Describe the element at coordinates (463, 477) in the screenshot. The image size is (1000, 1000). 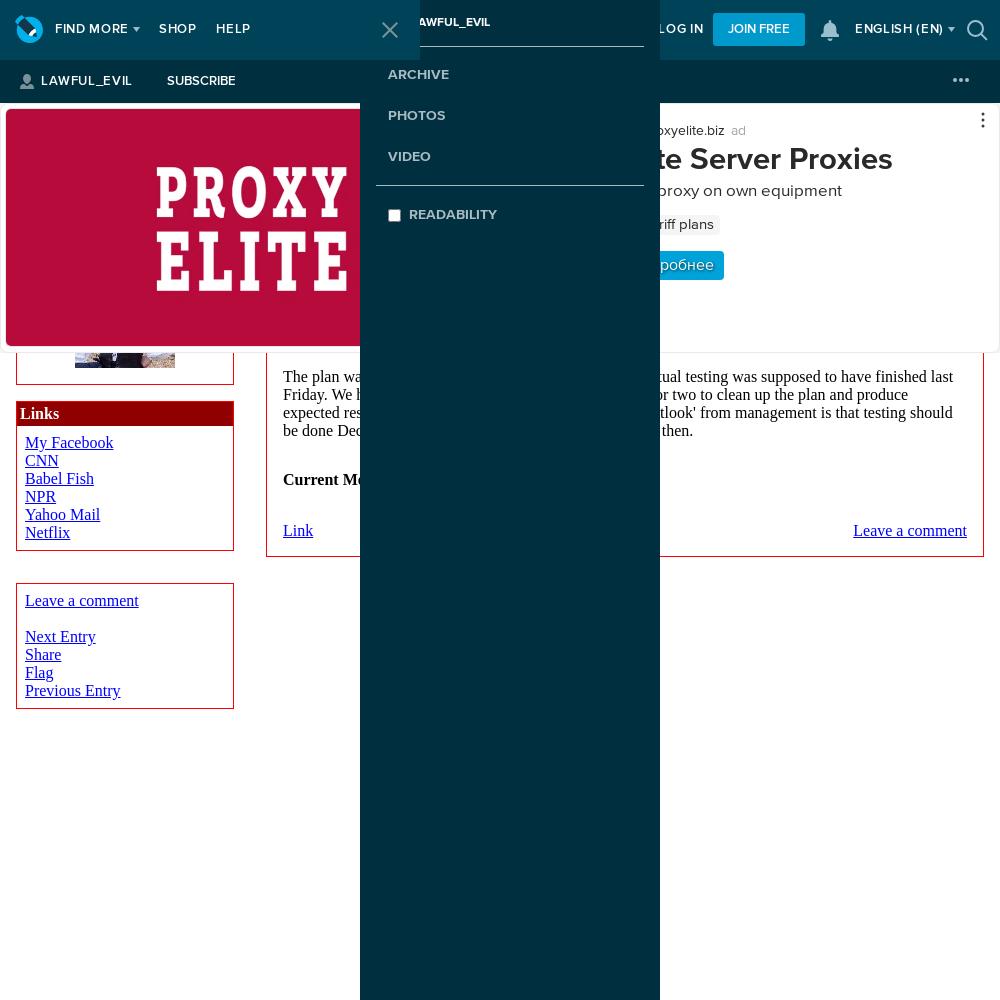
I see `'aggravated'` at that location.